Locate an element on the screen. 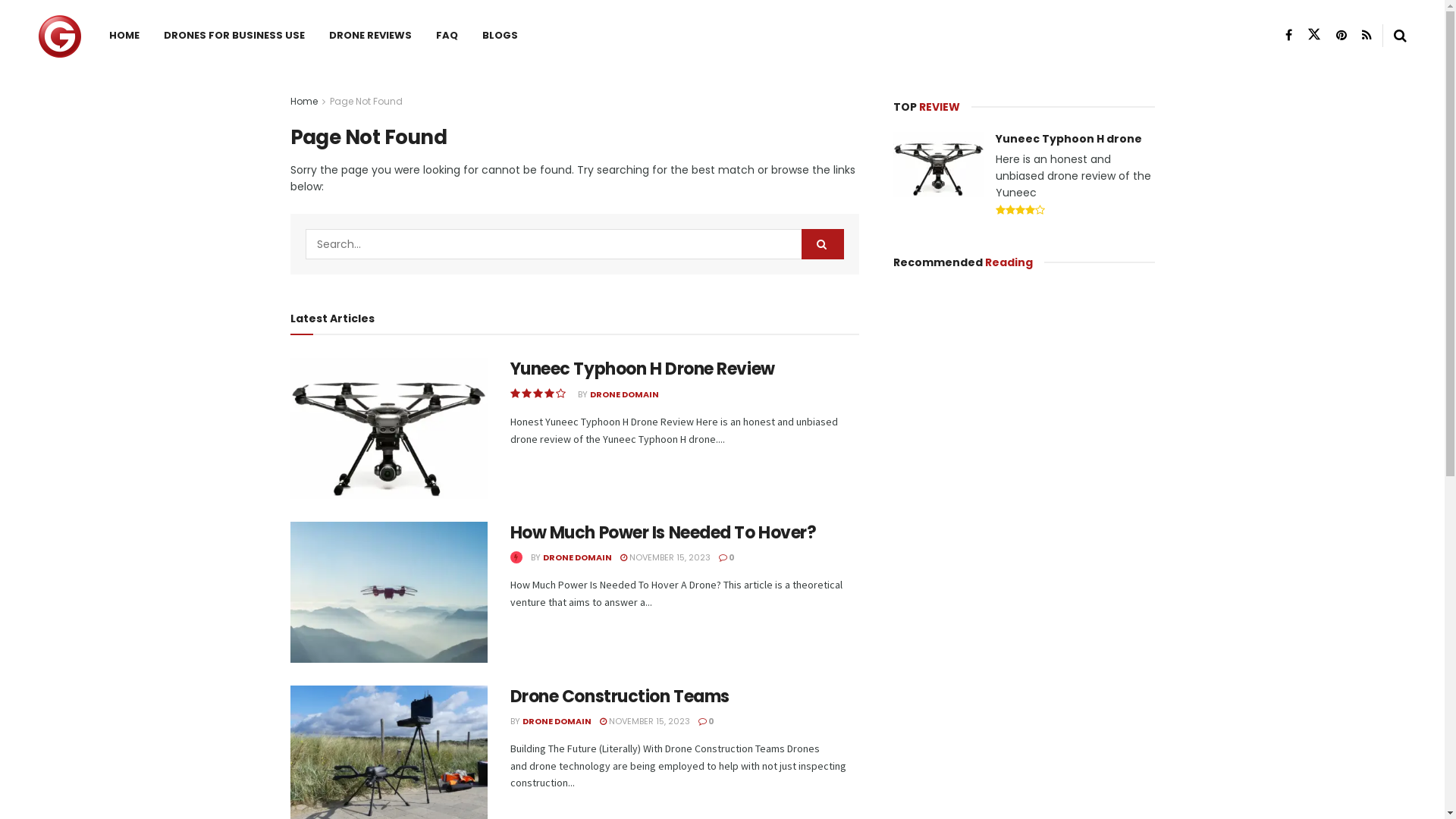 The height and width of the screenshot is (819, 1456). 'DRONE REVIEWS' is located at coordinates (370, 34).